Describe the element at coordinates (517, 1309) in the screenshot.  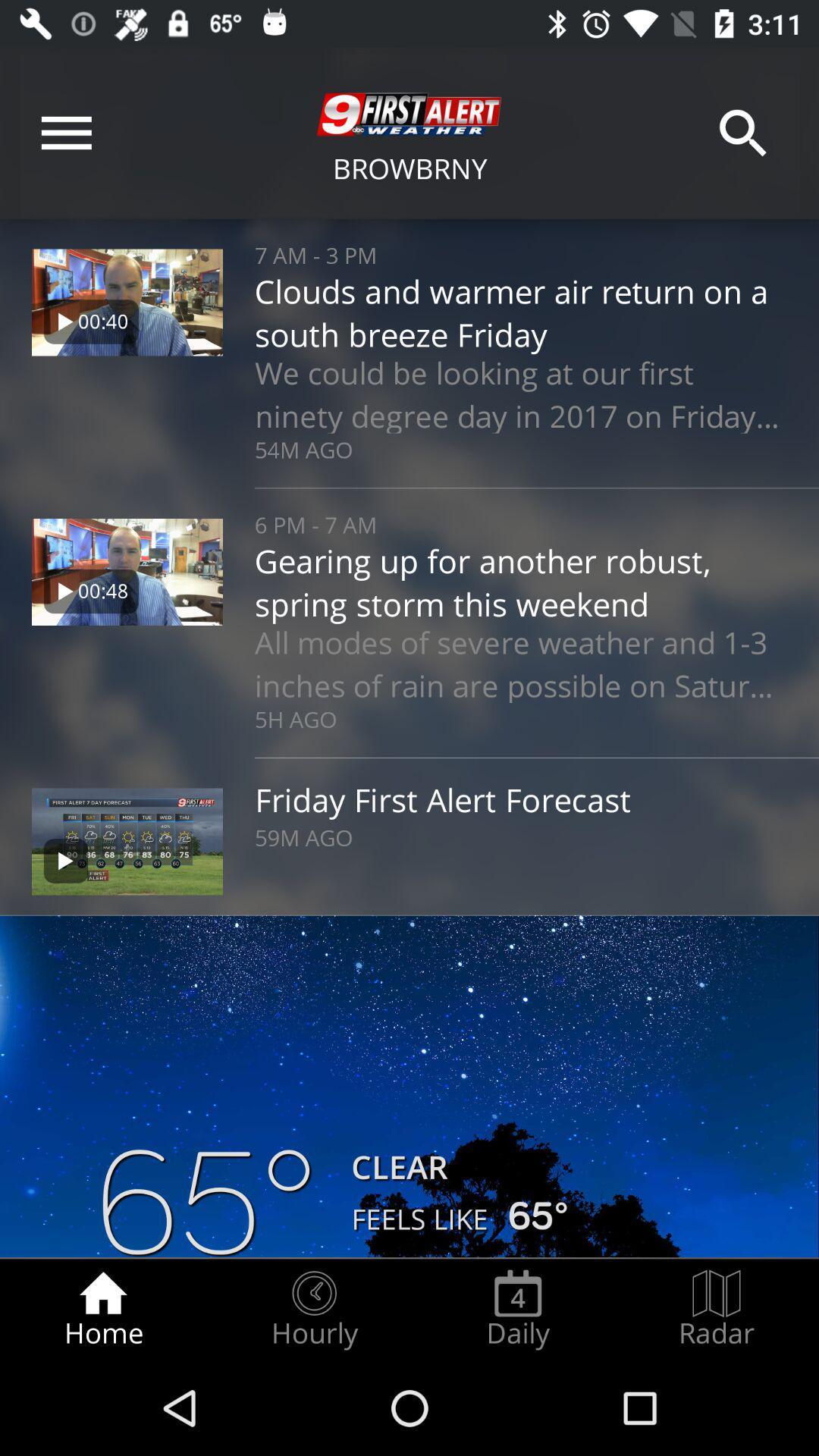
I see `icon next to the radar icon` at that location.